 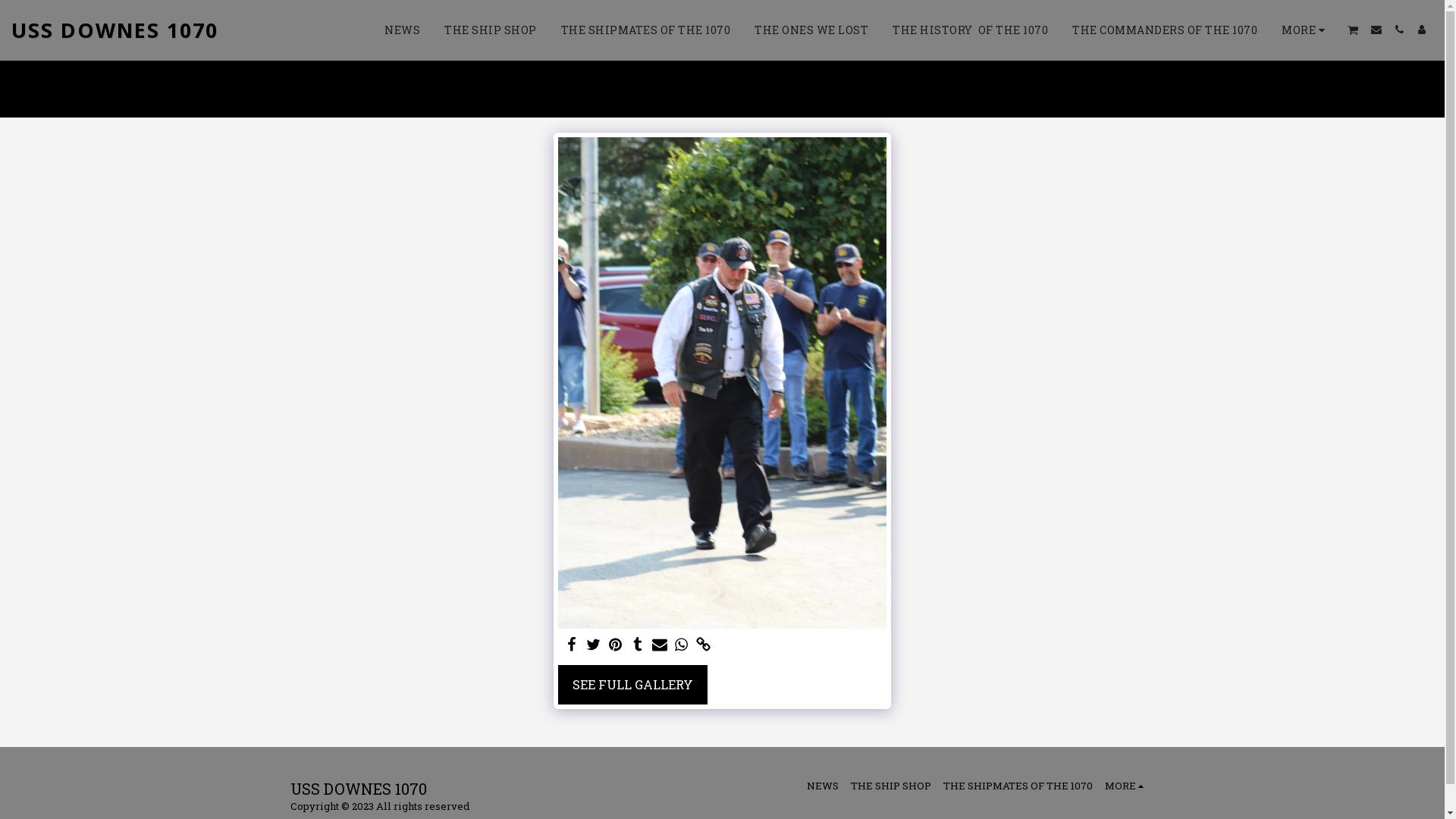 I want to click on 'SEE FULL GALLERY', so click(x=632, y=684).